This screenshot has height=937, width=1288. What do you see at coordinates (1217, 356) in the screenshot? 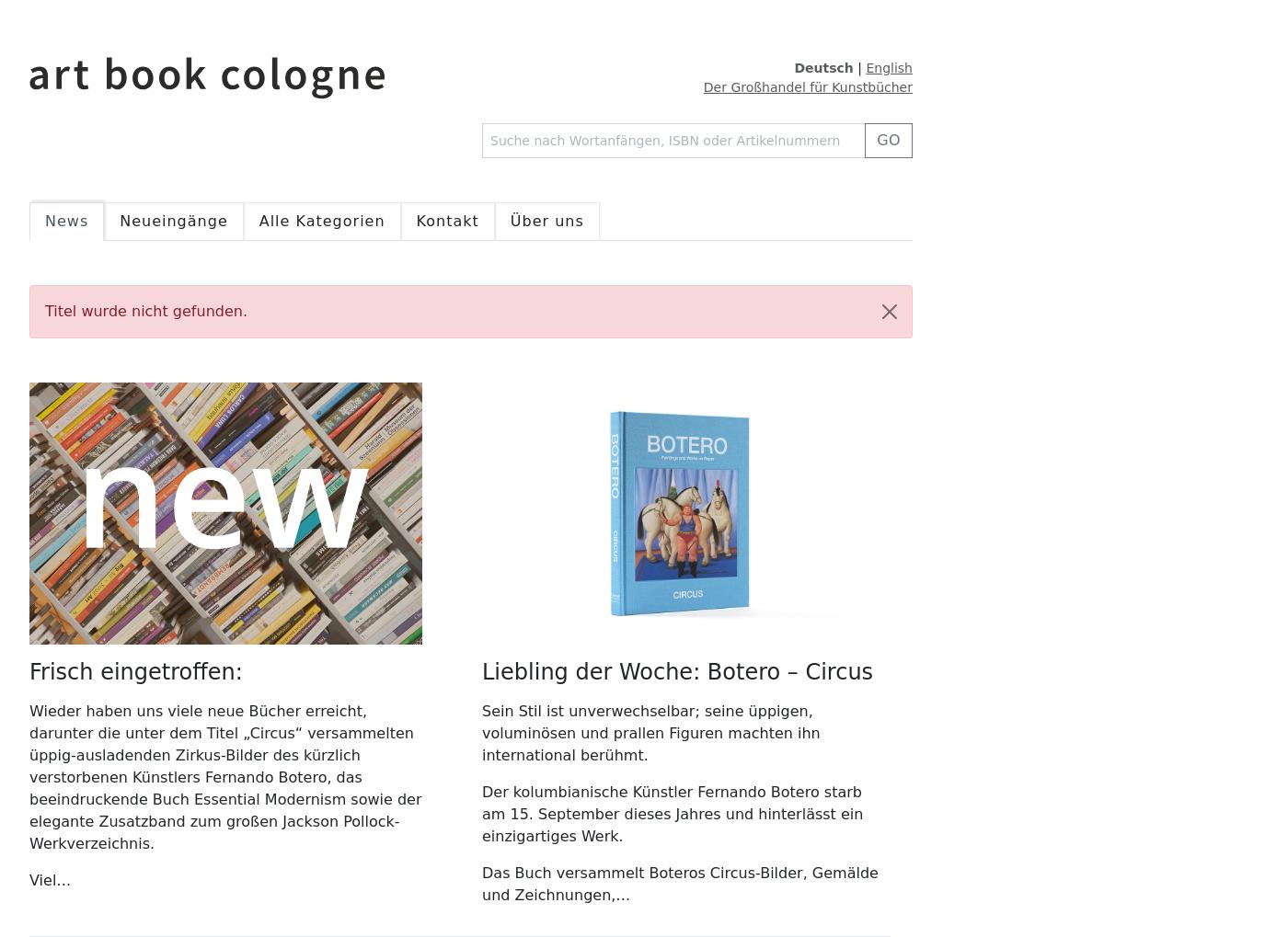
I see `'bearbeiten'` at bounding box center [1217, 356].